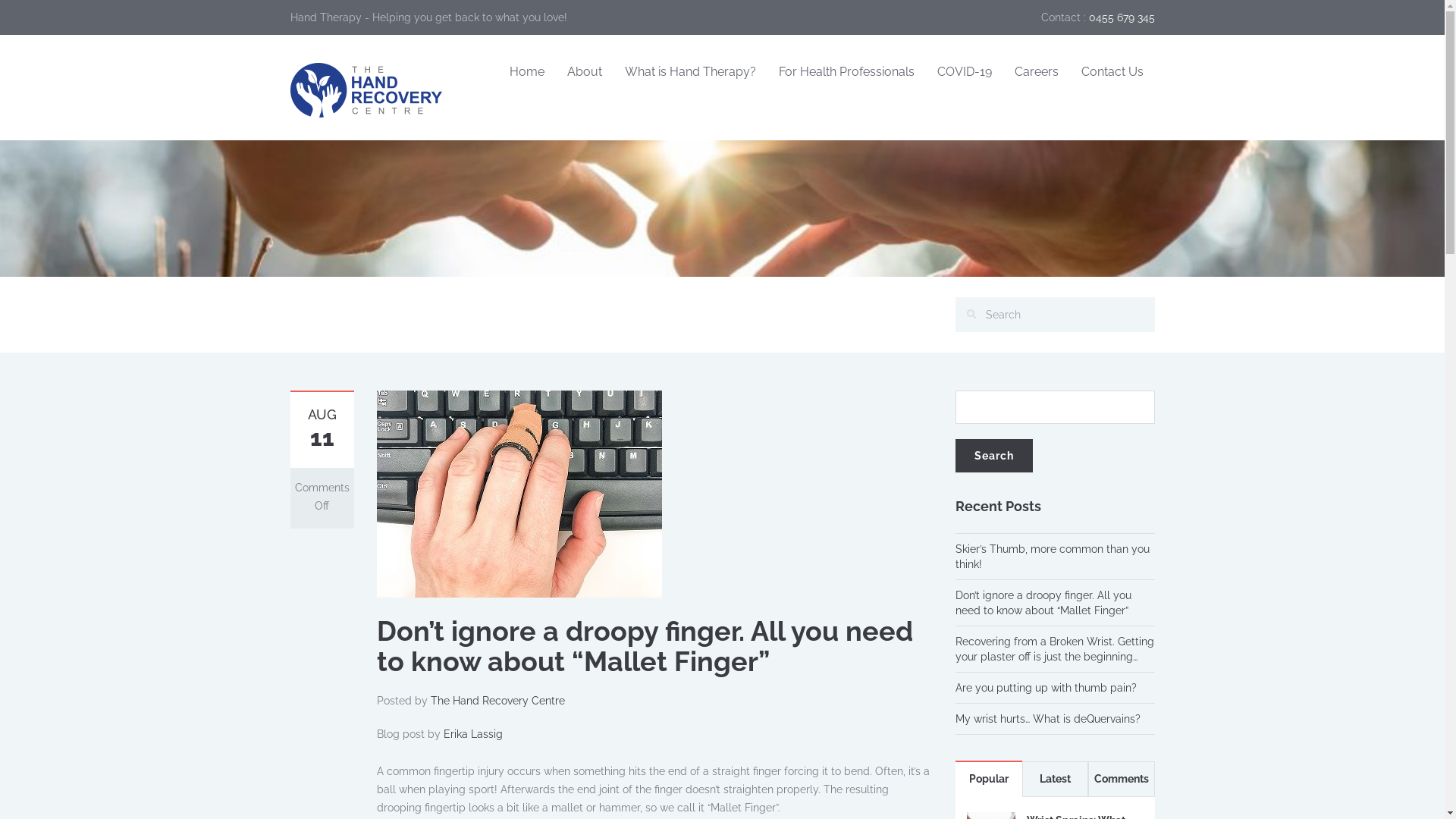 This screenshot has height=819, width=1456. Describe the element at coordinates (1111, 72) in the screenshot. I see `'Contact Us'` at that location.